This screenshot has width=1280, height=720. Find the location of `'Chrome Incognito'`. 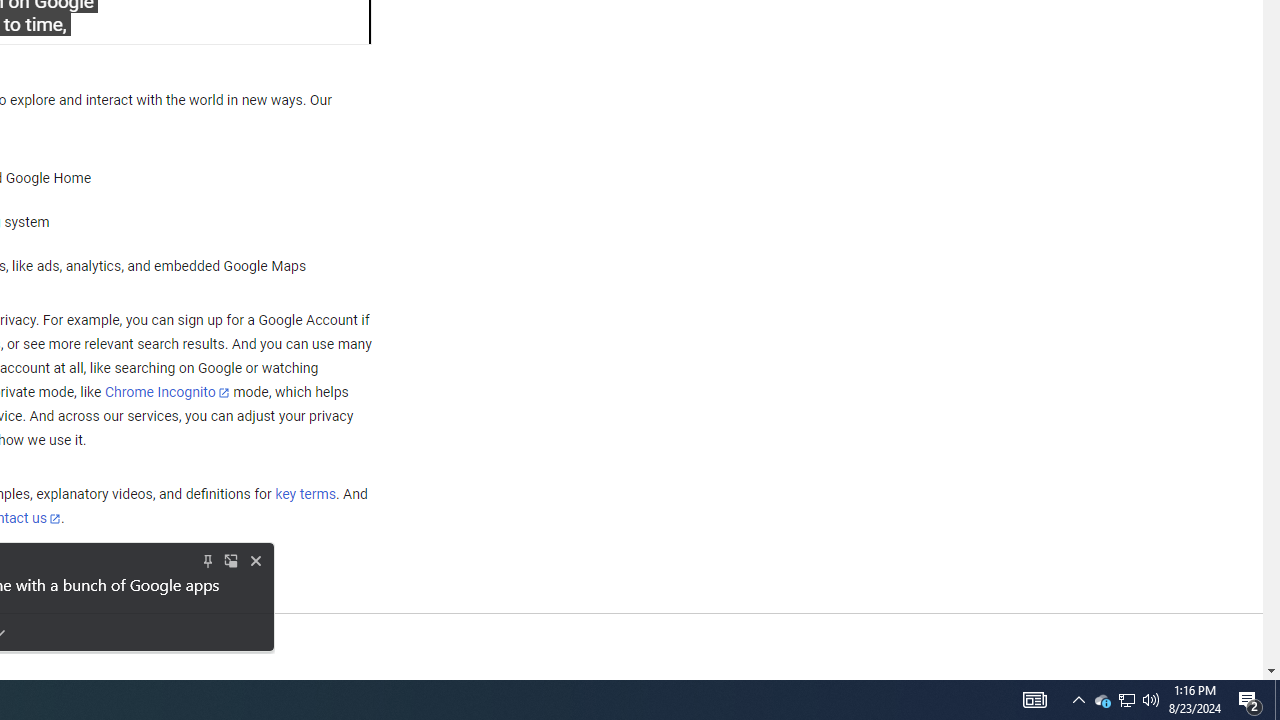

'Chrome Incognito' is located at coordinates (167, 392).